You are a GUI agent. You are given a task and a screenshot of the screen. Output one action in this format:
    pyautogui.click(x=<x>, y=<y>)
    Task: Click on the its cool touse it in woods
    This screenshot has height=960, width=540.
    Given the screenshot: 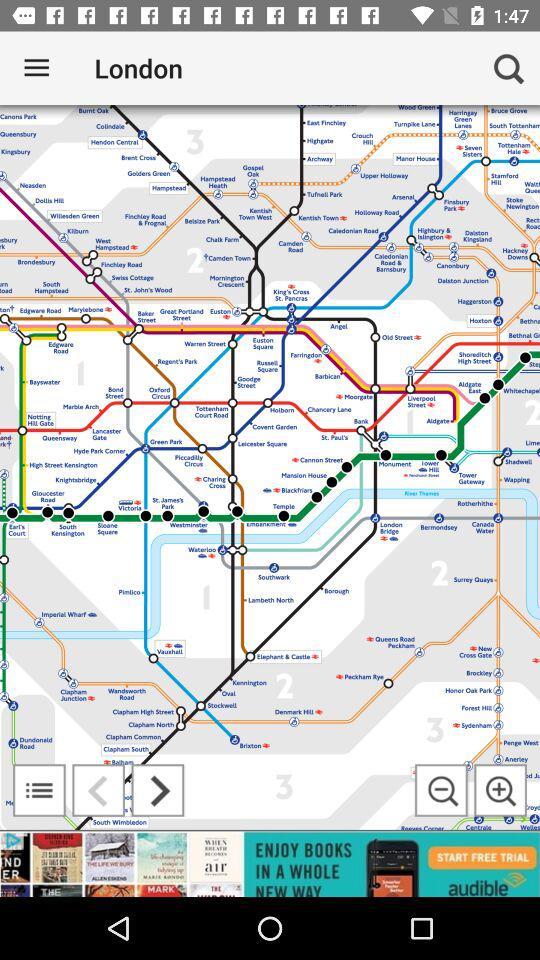 What is the action you would take?
    pyautogui.click(x=441, y=790)
    